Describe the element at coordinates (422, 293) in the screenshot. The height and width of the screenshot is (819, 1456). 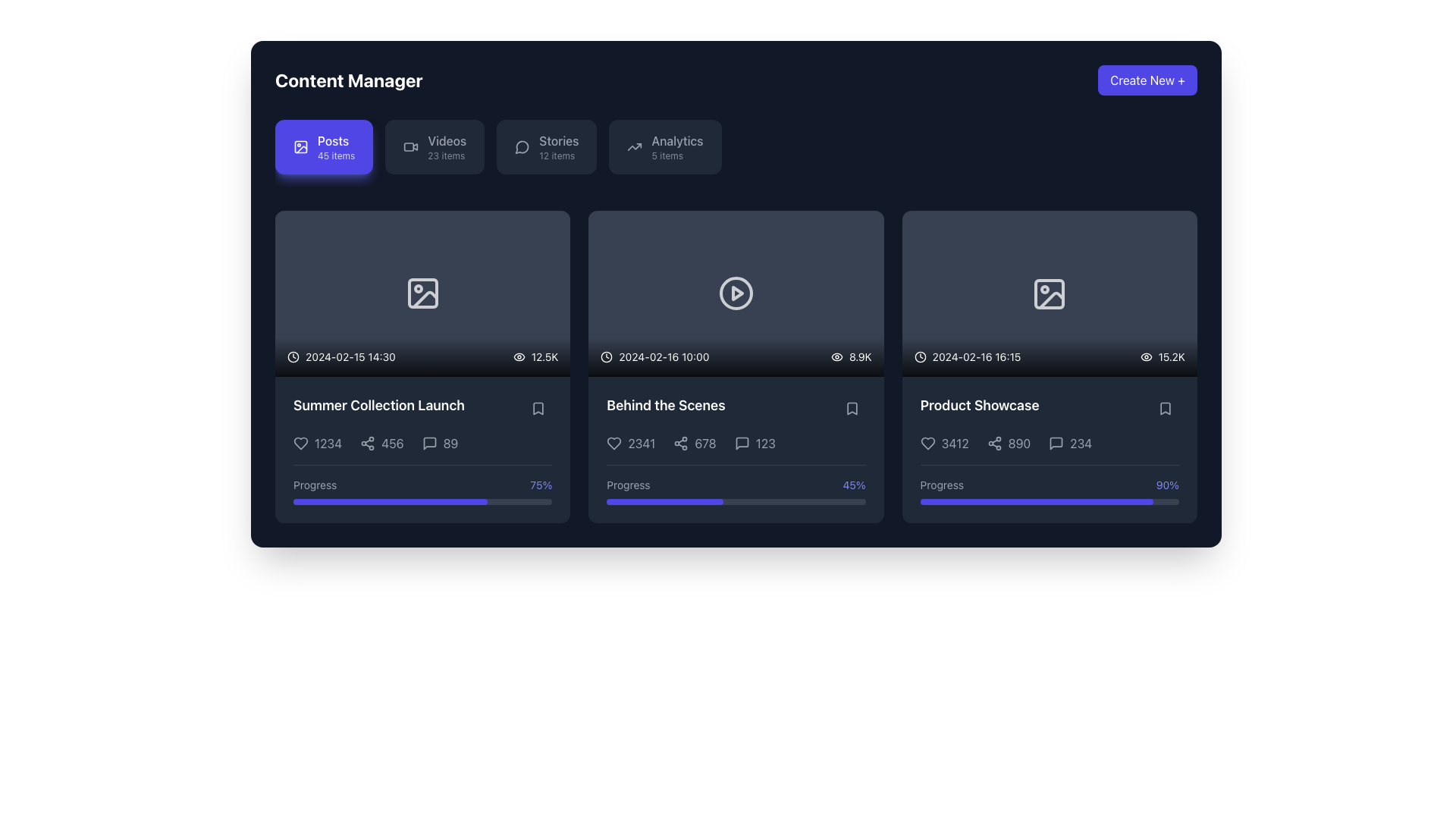
I see `the rectangular icon with rounded corners, filled with a dark blue-gray color, located in the top-left of the middle card within the 'Behind the Scenes' content card heading section` at that location.